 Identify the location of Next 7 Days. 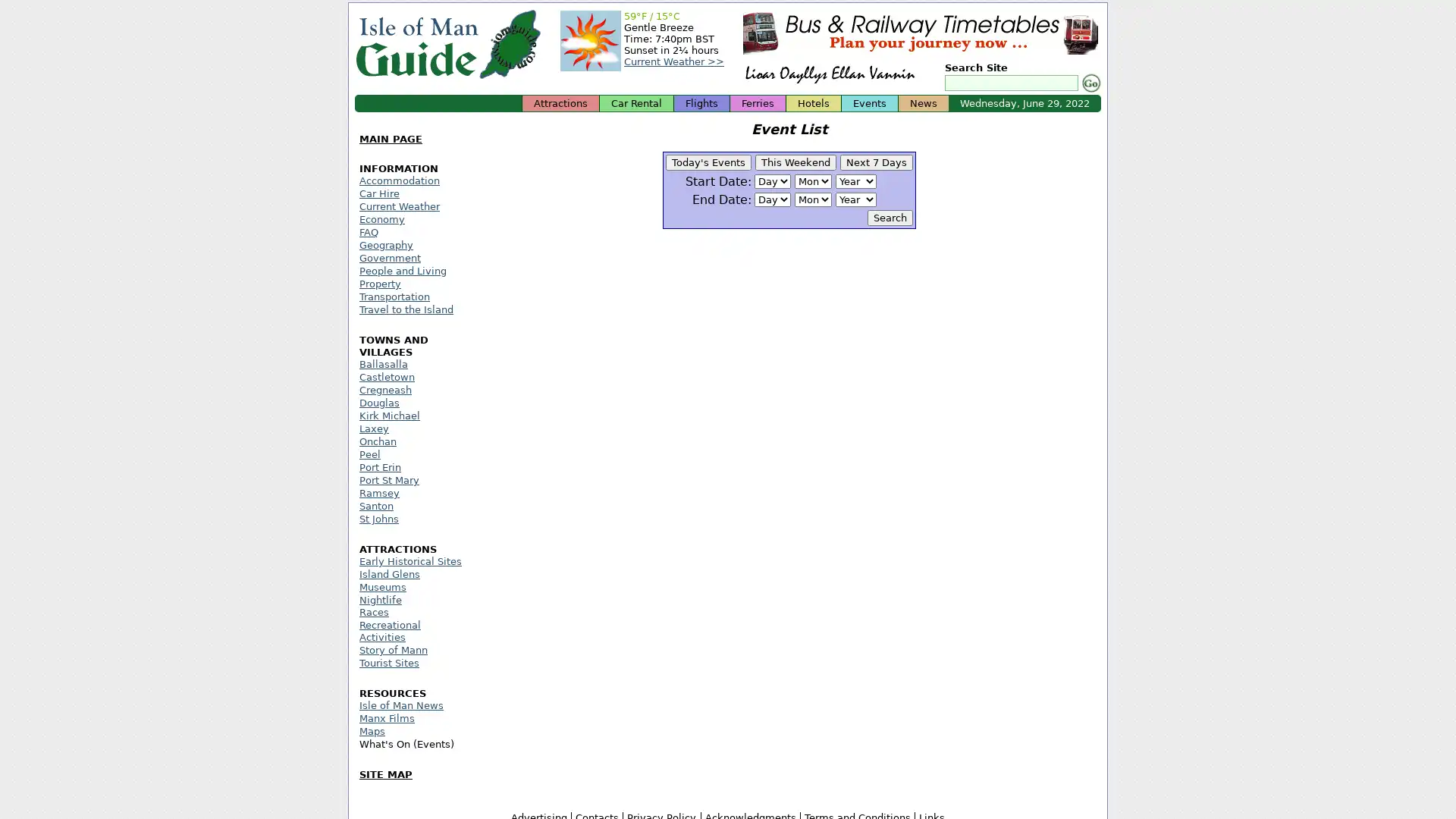
(877, 162).